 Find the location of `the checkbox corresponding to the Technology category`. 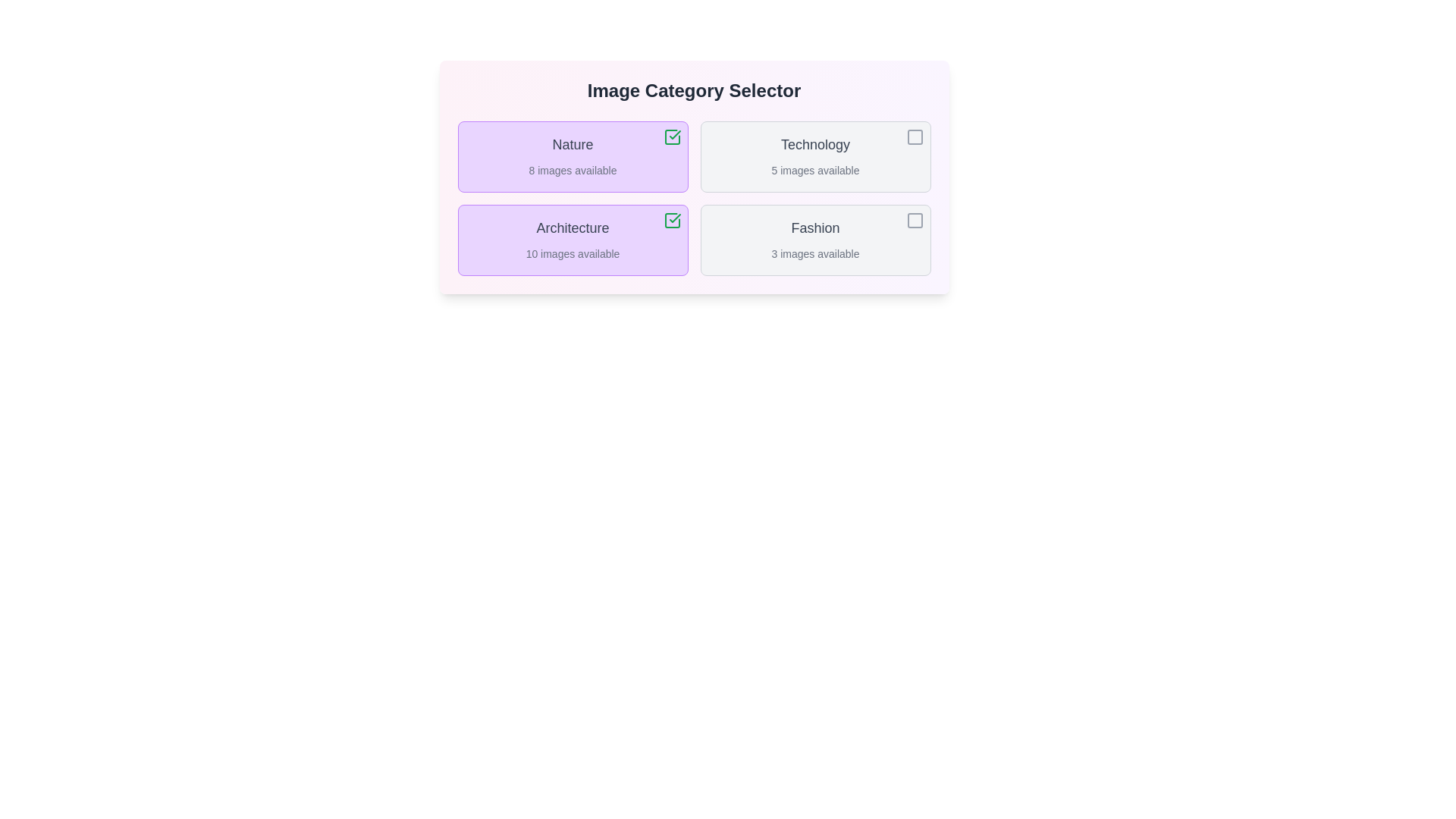

the checkbox corresponding to the Technology category is located at coordinates (914, 137).